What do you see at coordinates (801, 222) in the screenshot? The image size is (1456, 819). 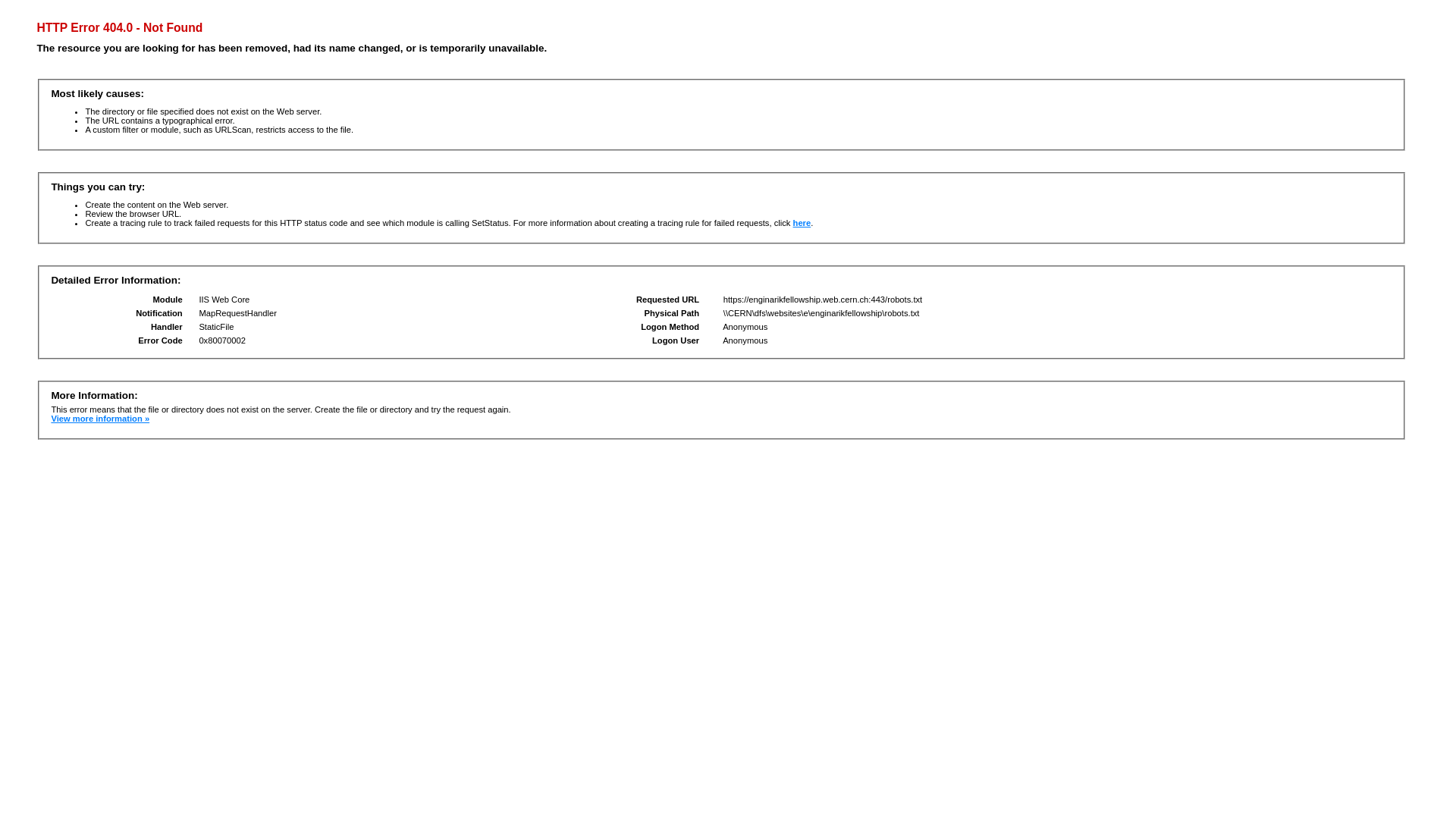 I see `'here'` at bounding box center [801, 222].